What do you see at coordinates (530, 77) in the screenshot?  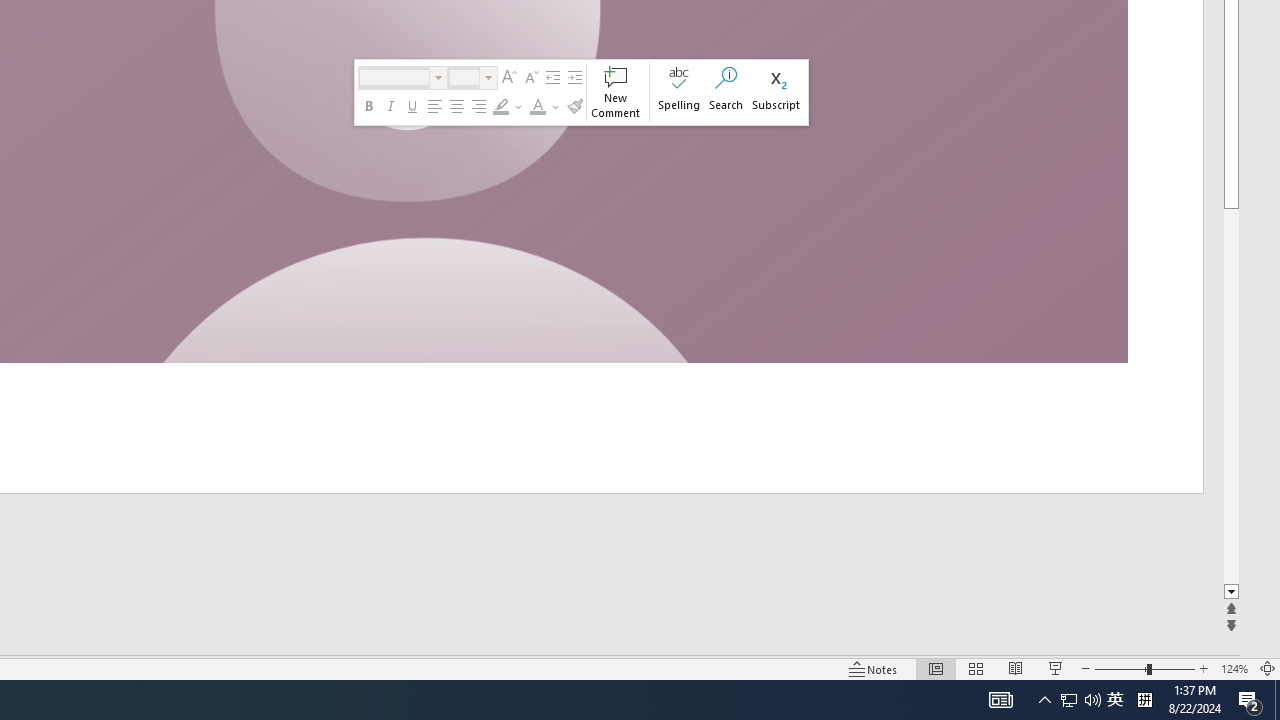 I see `'Decrease Font Size'` at bounding box center [530, 77].